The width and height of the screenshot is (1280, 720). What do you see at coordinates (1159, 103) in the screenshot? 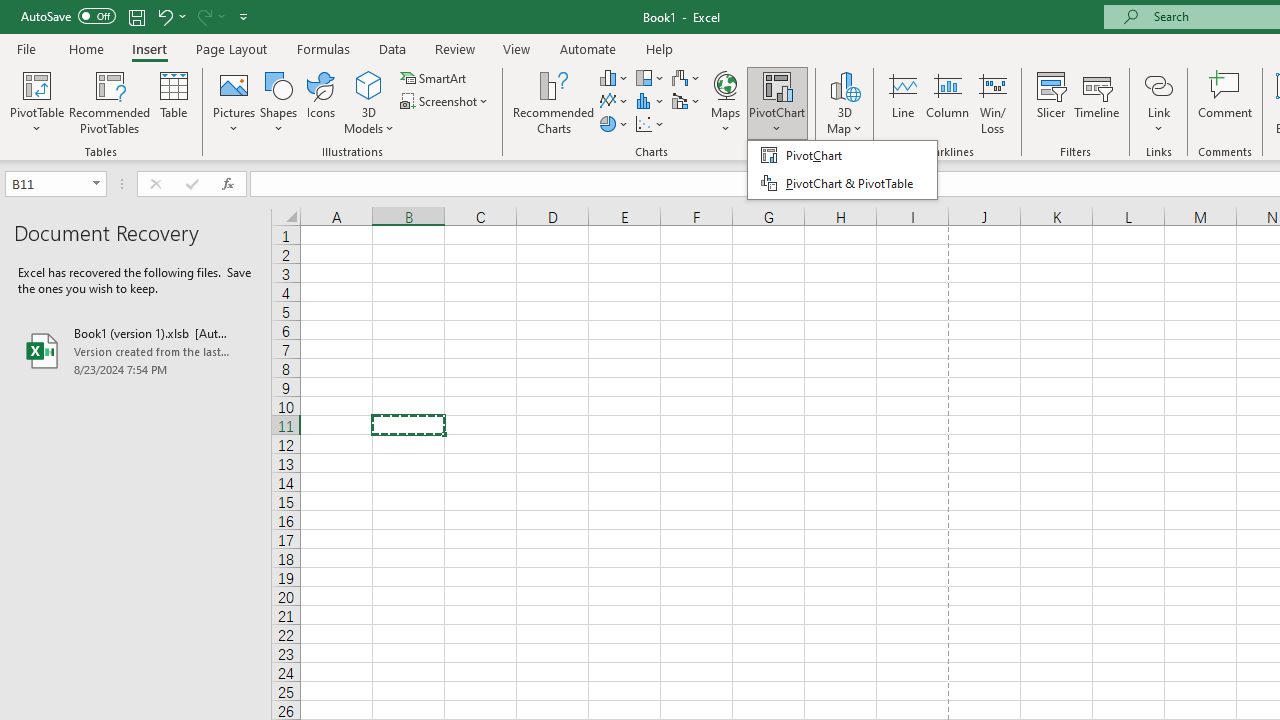
I see `'Link'` at bounding box center [1159, 103].